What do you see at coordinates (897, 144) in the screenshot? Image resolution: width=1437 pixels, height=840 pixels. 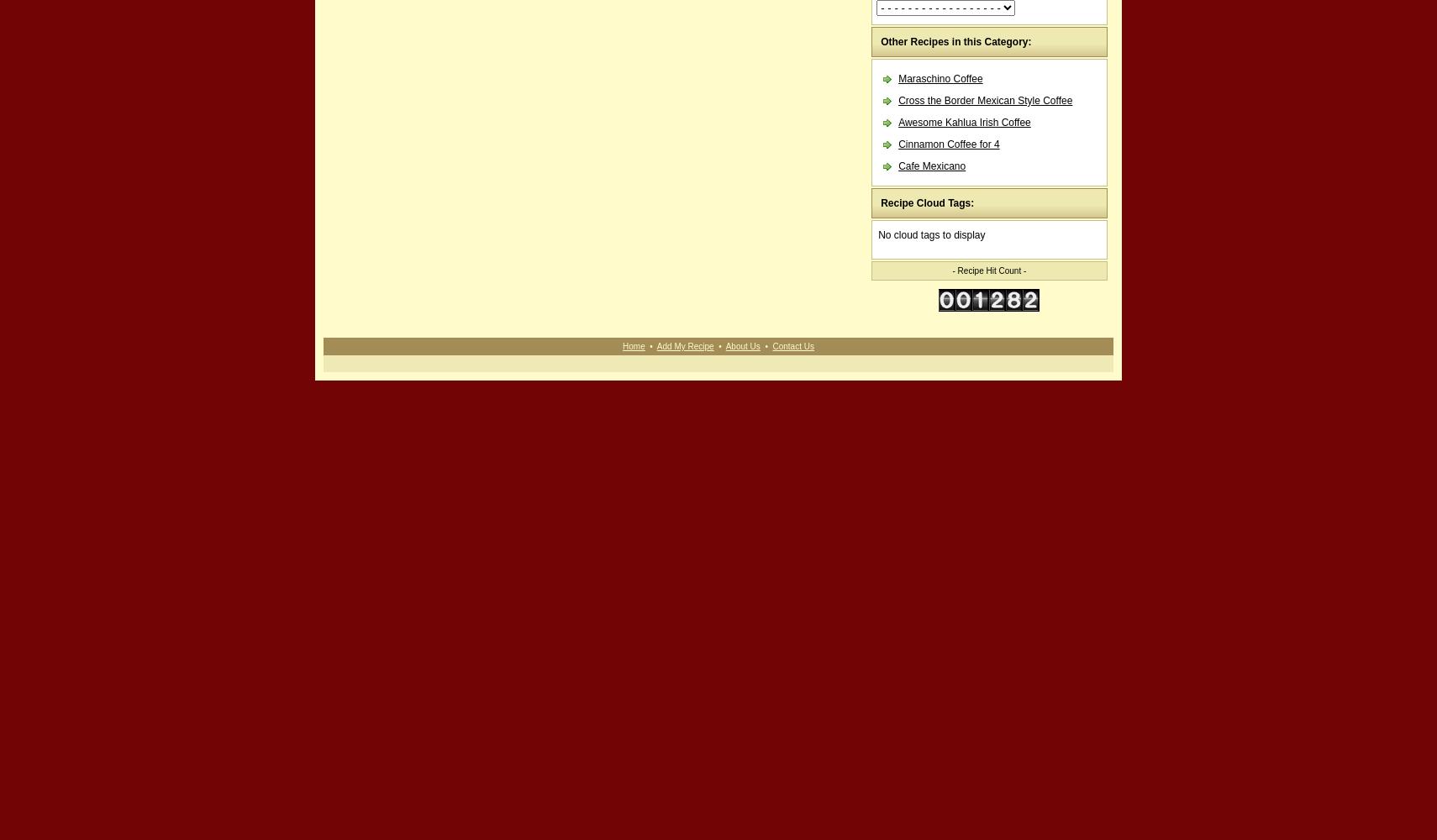 I see `'Cinnamon Coffee for 4'` at bounding box center [897, 144].